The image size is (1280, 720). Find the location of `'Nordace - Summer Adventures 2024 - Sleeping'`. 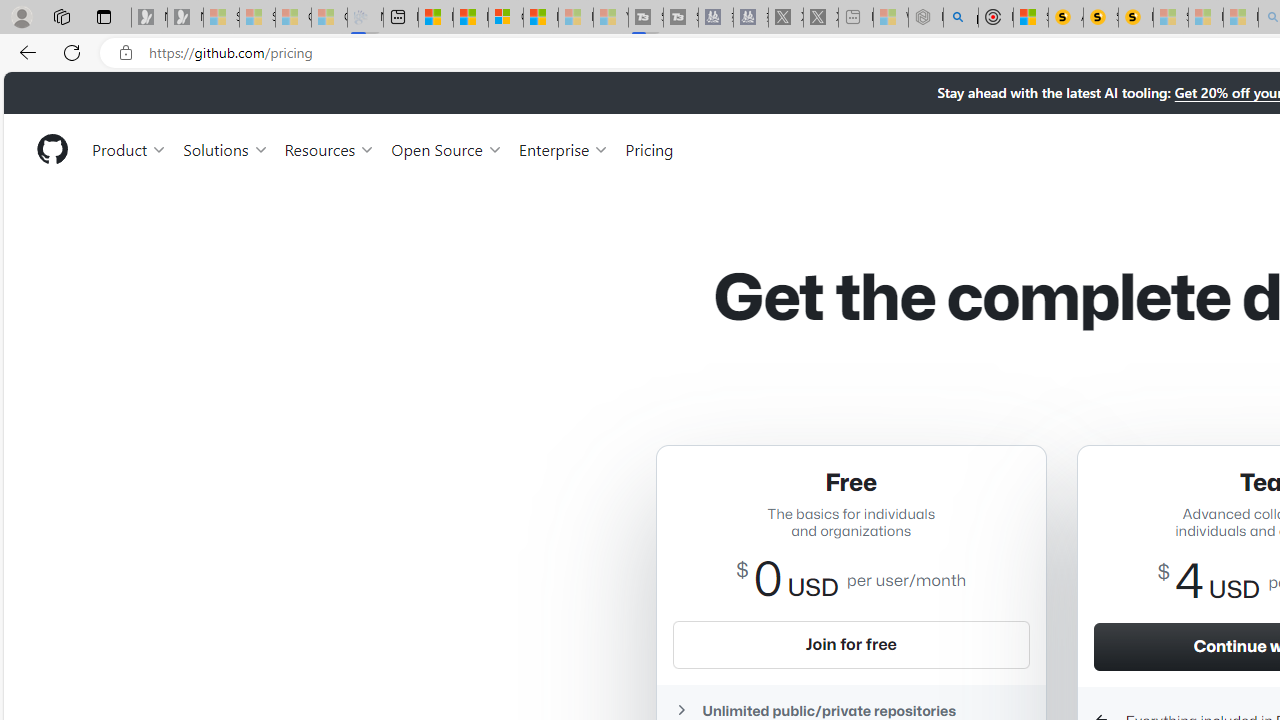

'Nordace - Summer Adventures 2024 - Sleeping' is located at coordinates (925, 17).